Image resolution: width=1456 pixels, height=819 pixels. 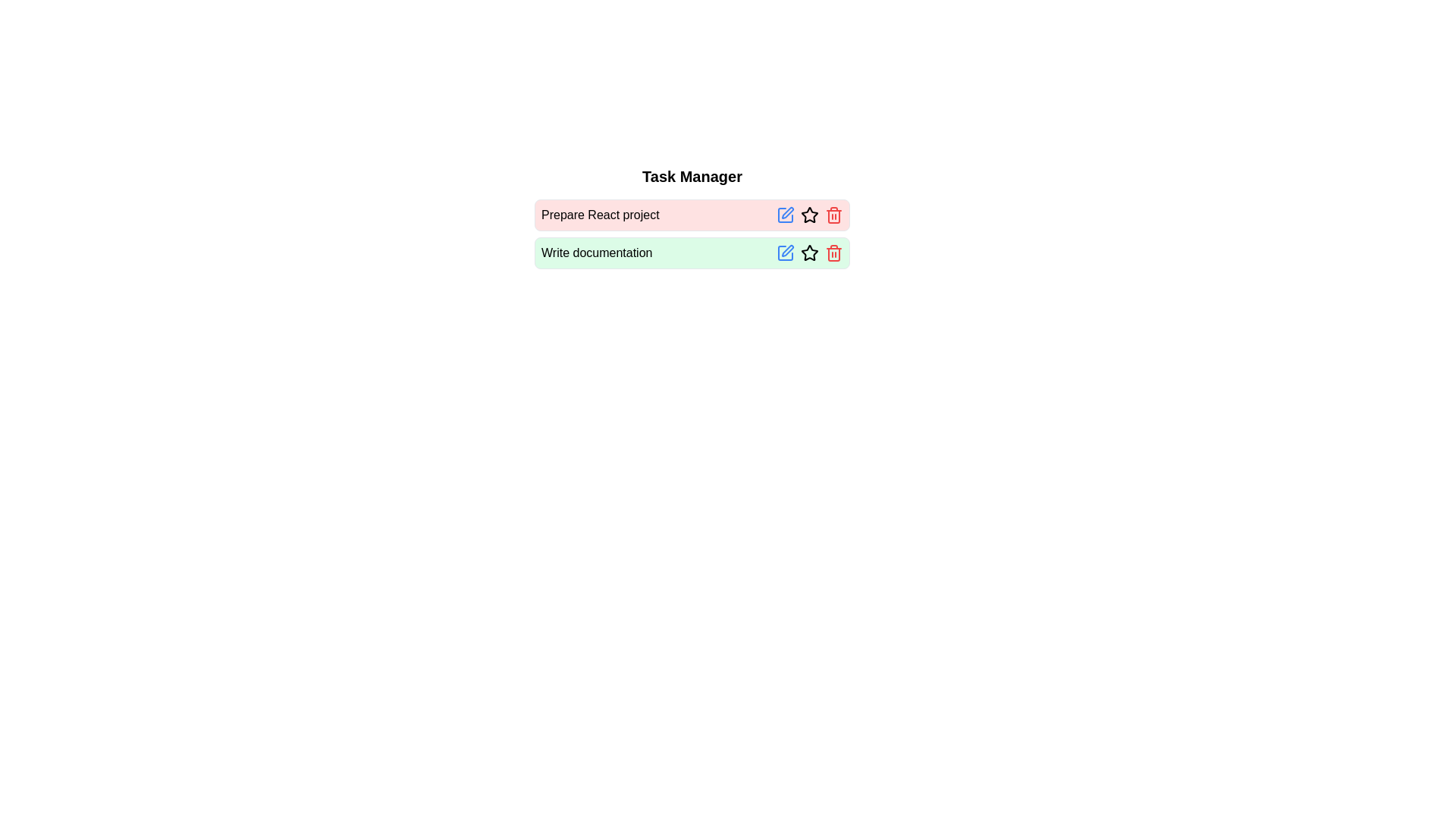 I want to click on the star icon button with a black outline located to the right of the 'Prepare React project' task entry, so click(x=809, y=215).